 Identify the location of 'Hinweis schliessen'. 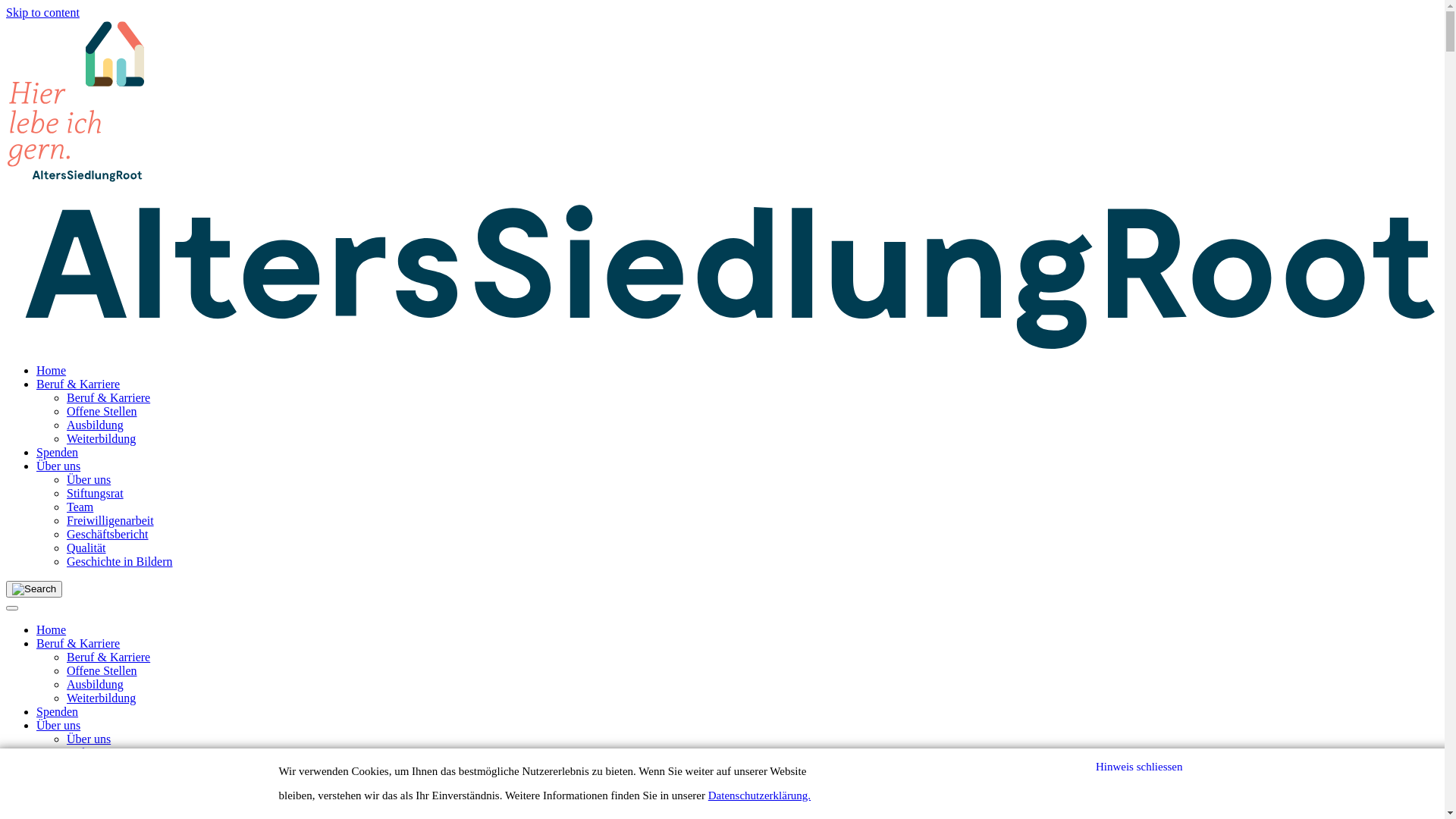
(1139, 767).